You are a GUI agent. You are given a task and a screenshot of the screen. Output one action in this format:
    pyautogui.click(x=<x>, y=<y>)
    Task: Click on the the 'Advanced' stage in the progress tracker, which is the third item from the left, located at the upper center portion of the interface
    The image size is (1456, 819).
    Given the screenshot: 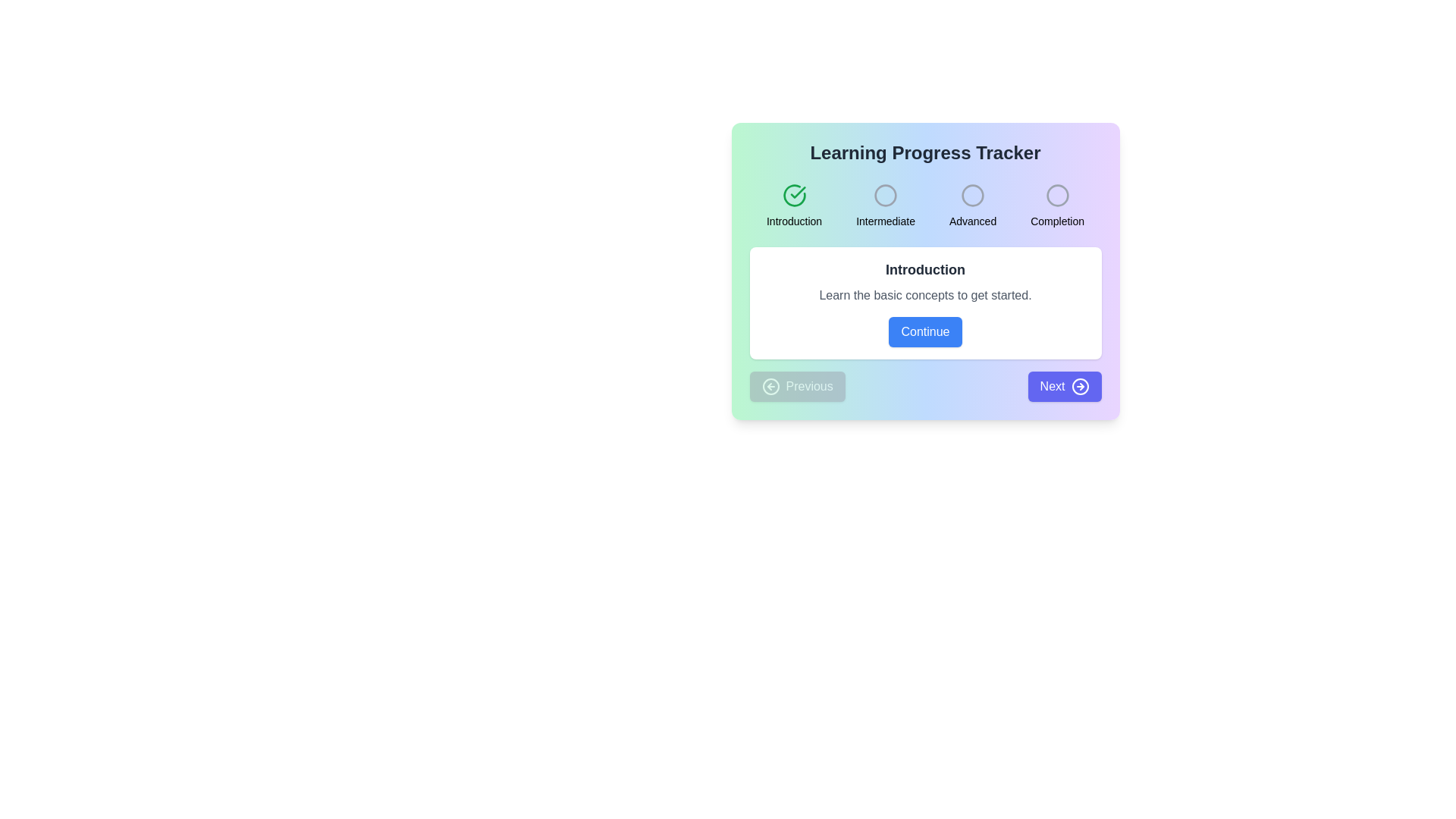 What is the action you would take?
    pyautogui.click(x=973, y=206)
    